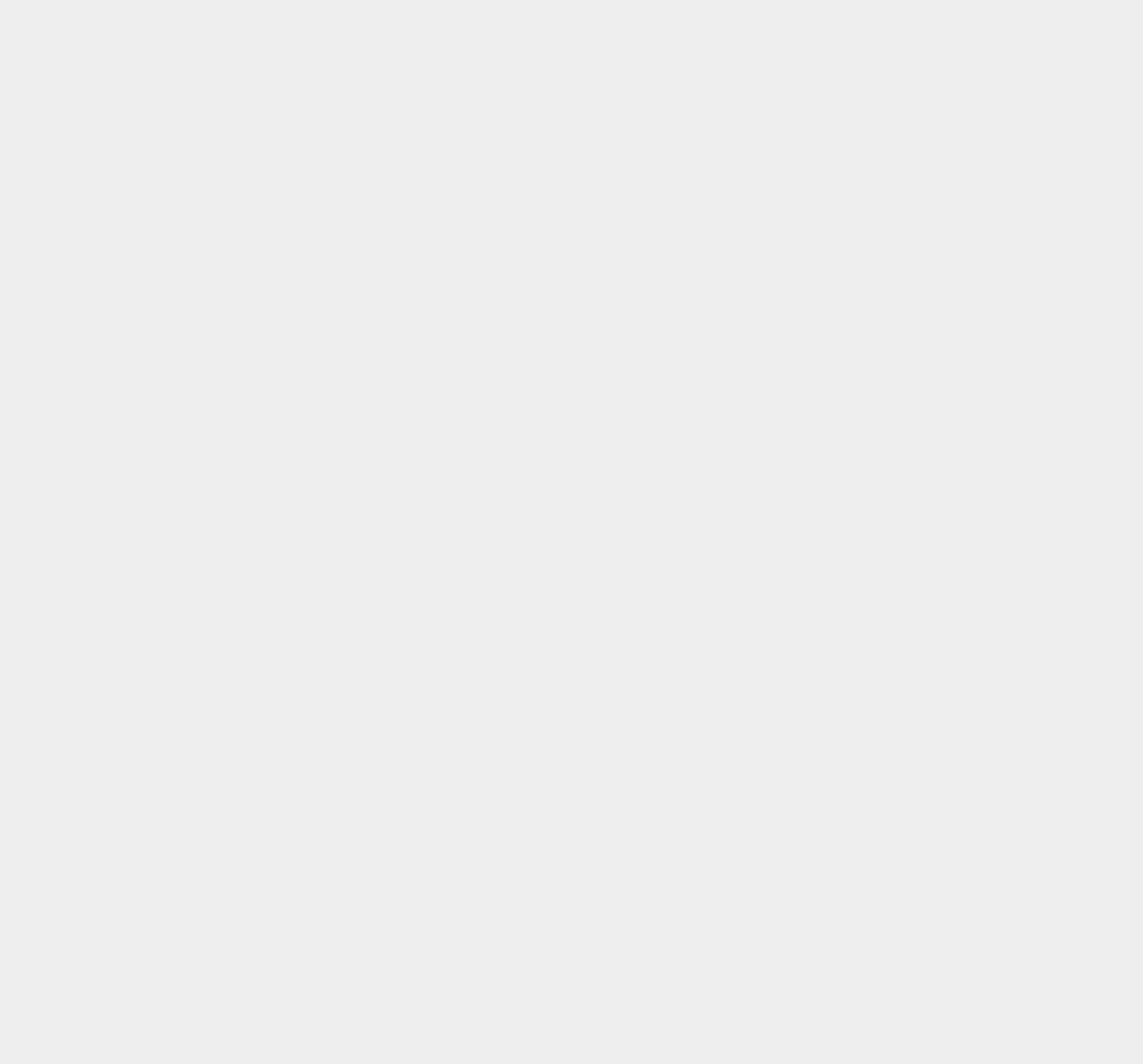 The height and width of the screenshot is (1064, 1143). What do you see at coordinates (829, 949) in the screenshot?
I see `'iOS 9.2'` at bounding box center [829, 949].